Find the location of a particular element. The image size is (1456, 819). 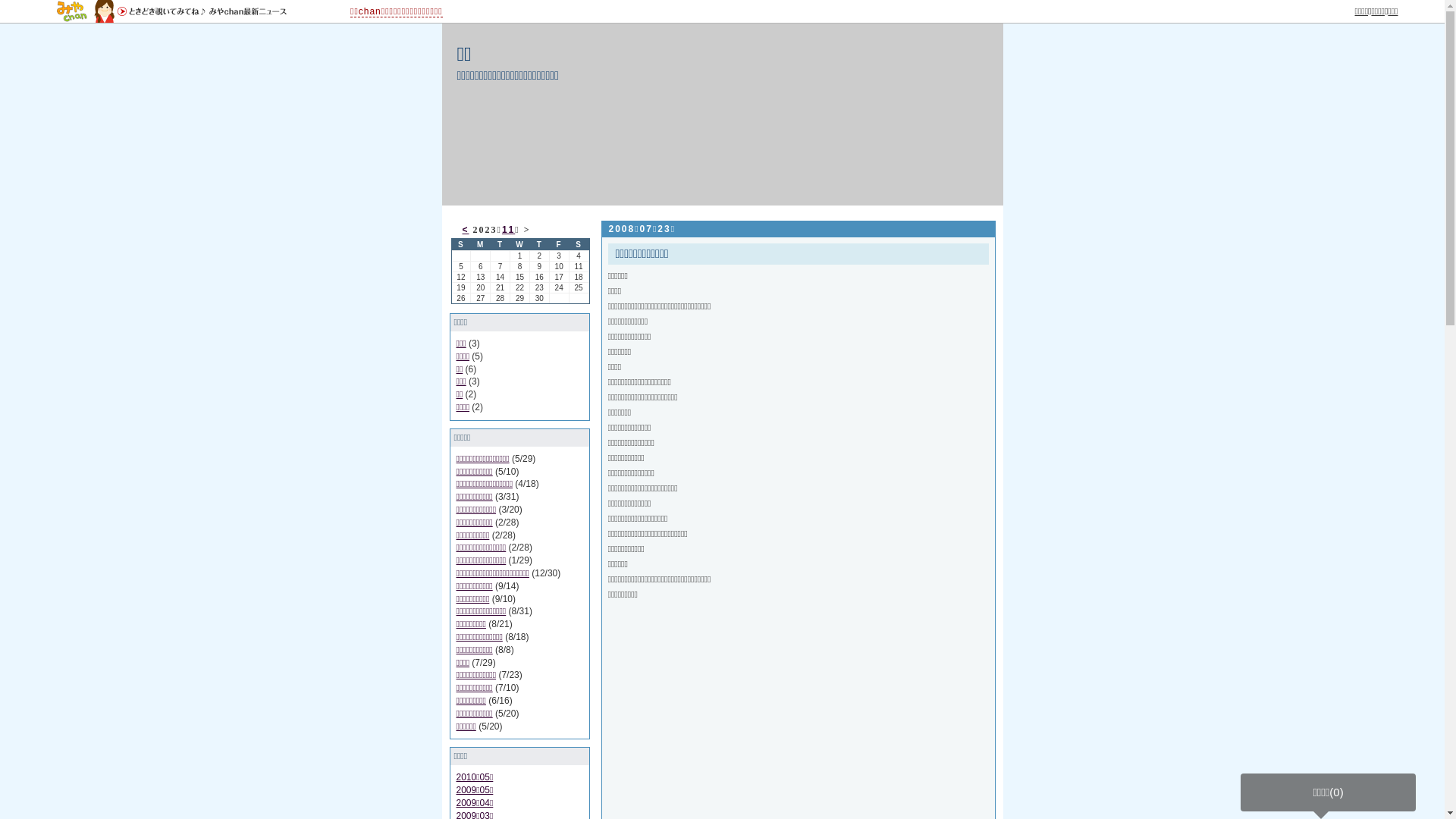

'11' is located at coordinates (508, 230).